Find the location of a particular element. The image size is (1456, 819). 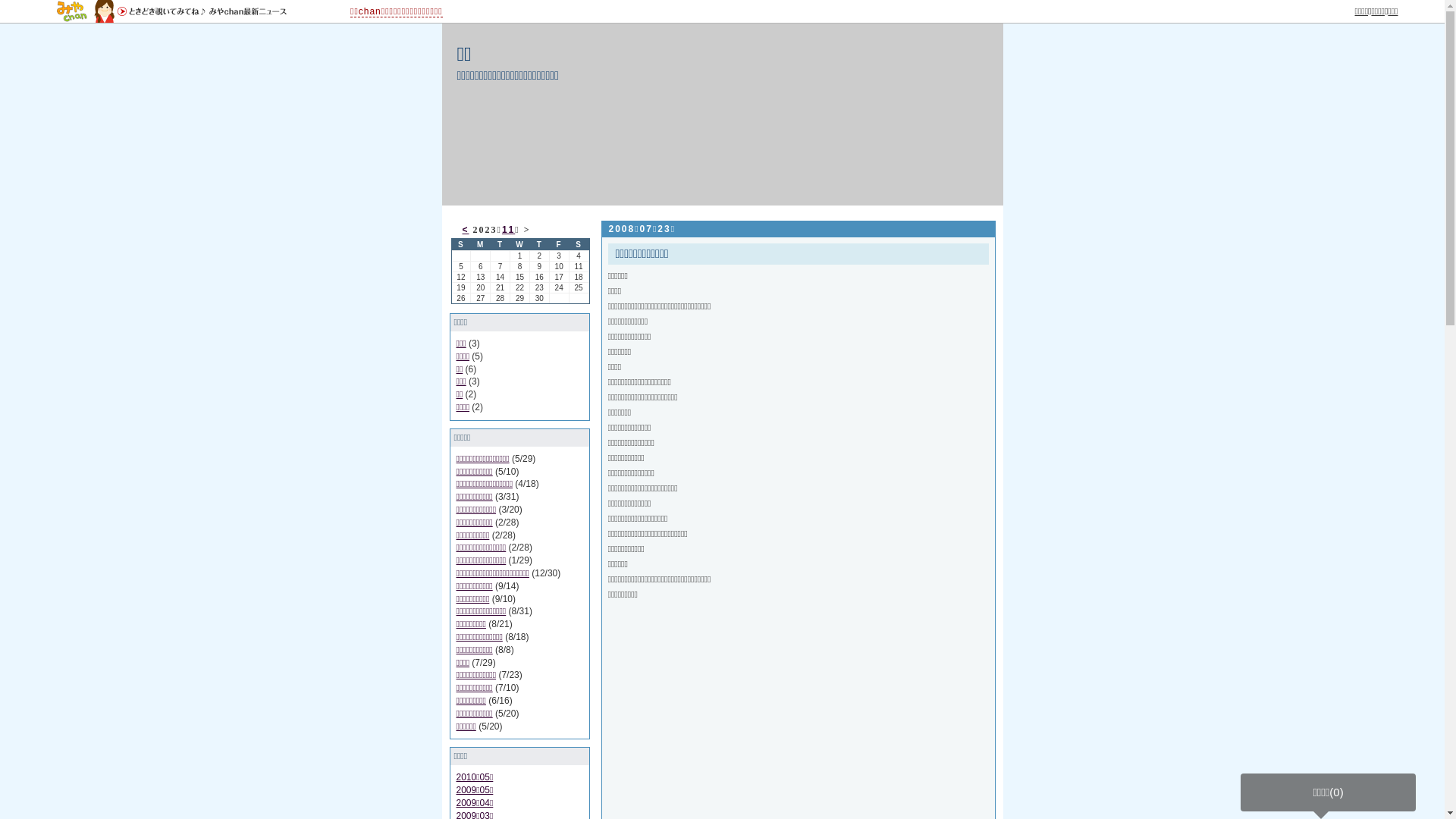

'11' is located at coordinates (508, 230).